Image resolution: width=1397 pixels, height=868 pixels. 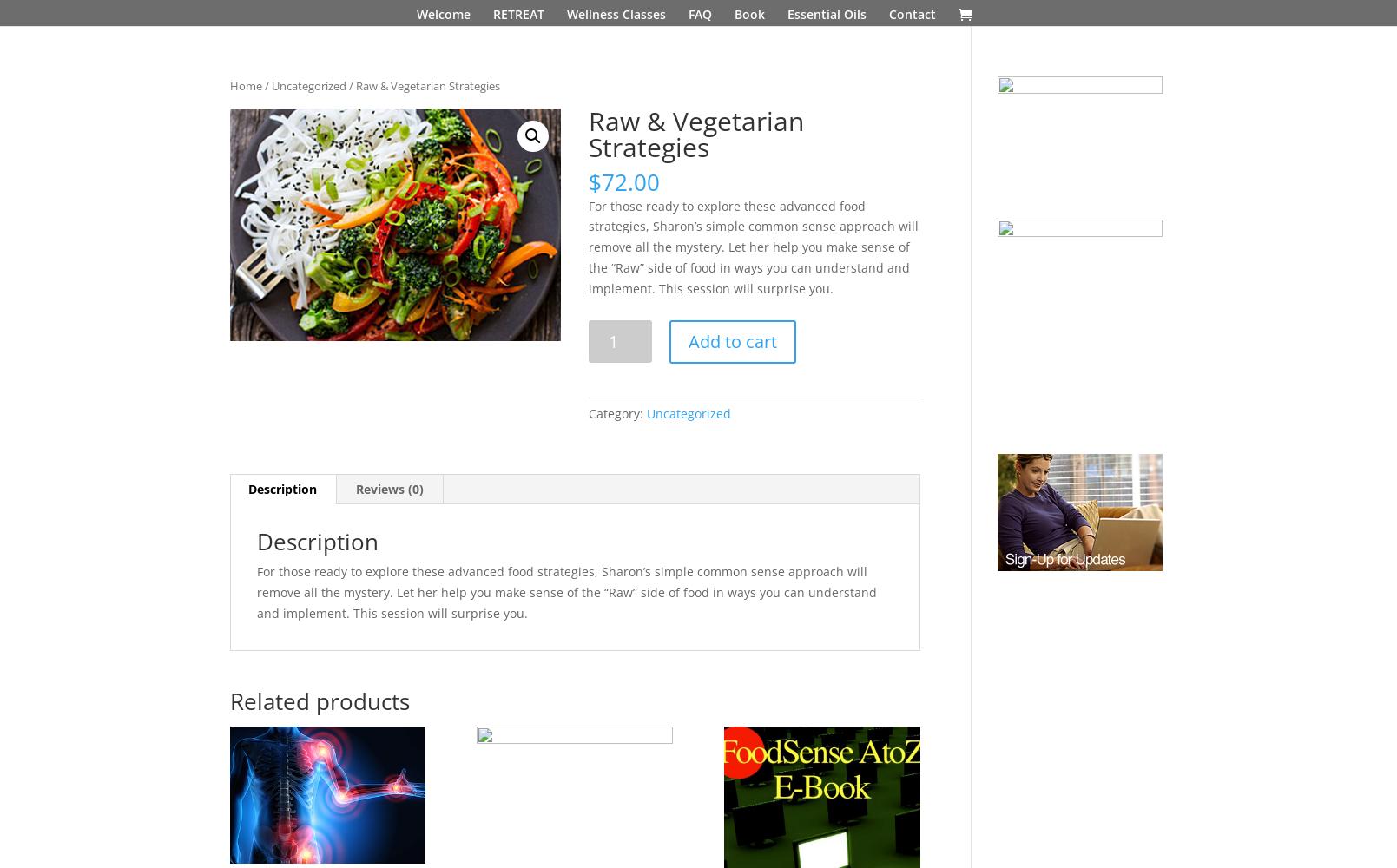 I want to click on 'Reviews (0)', so click(x=388, y=488).